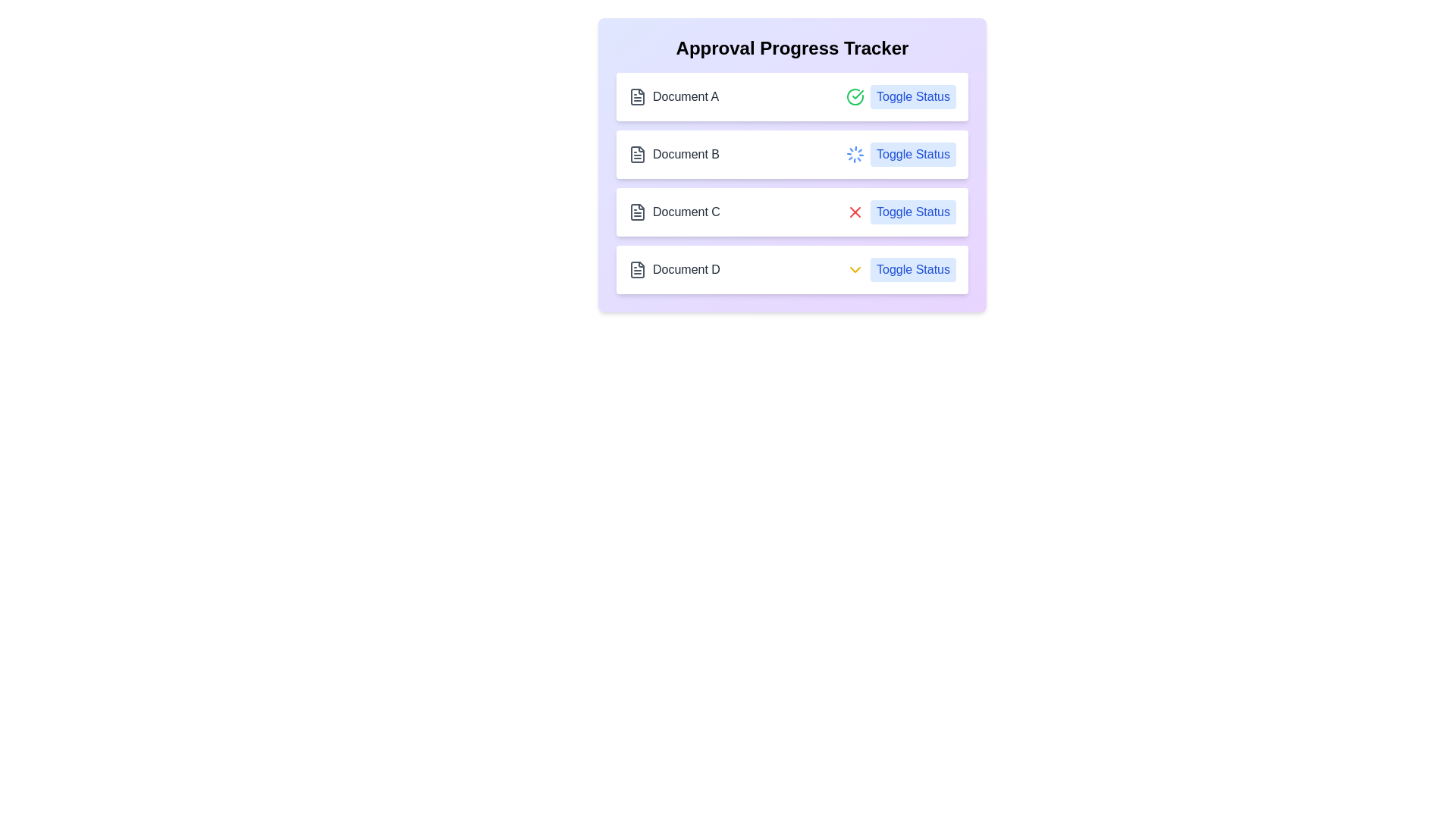 This screenshot has height=819, width=1456. Describe the element at coordinates (637, 212) in the screenshot. I see `the document icon located in the third row of the document approval tracker, positioned to the left of the text label 'Document C'` at that location.